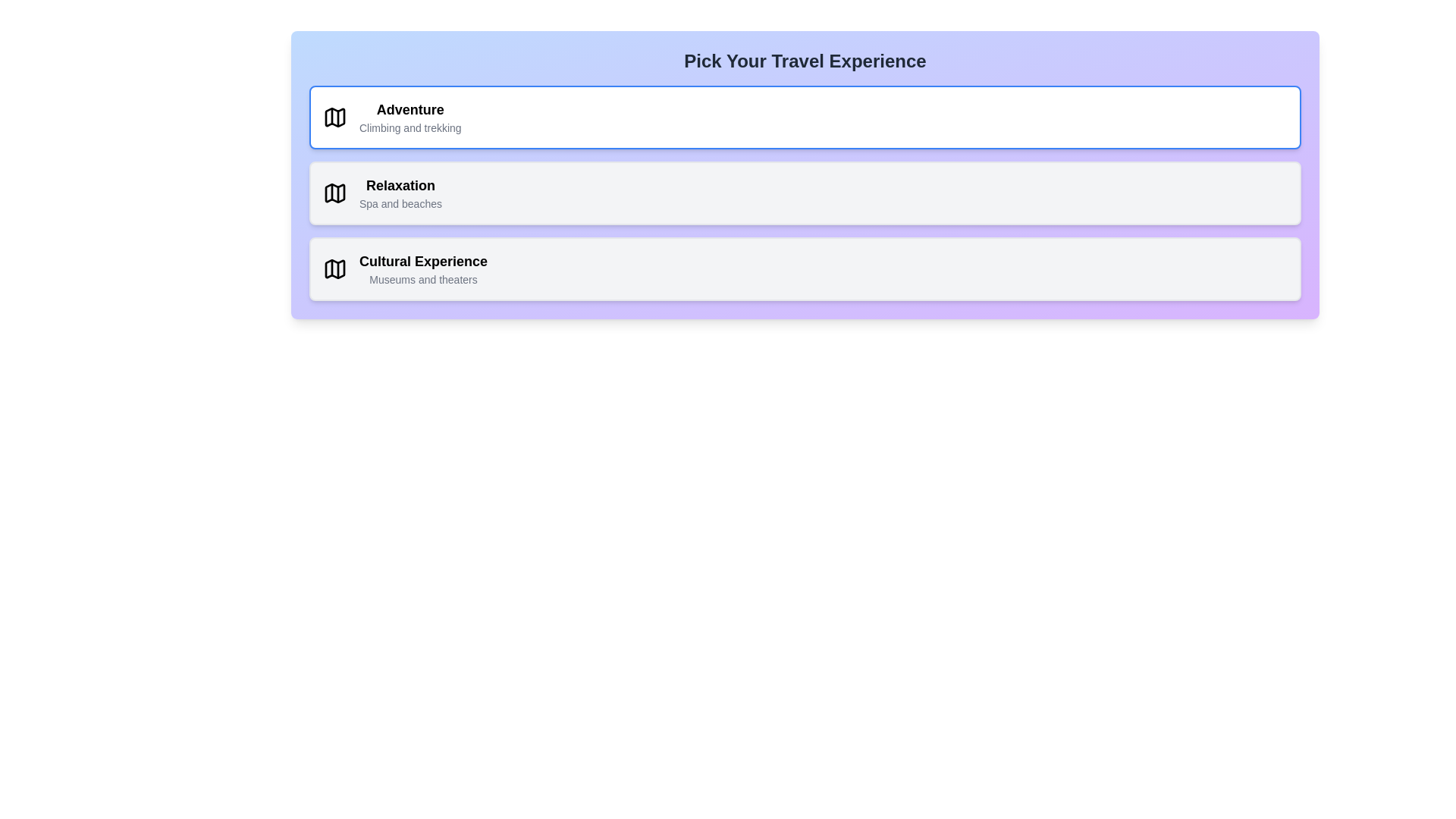  I want to click on the text label that reads 'Climbing and trekking', styled in a smaller gray font, located directly below the header 'Adventure' in the styled content box, so click(410, 127).